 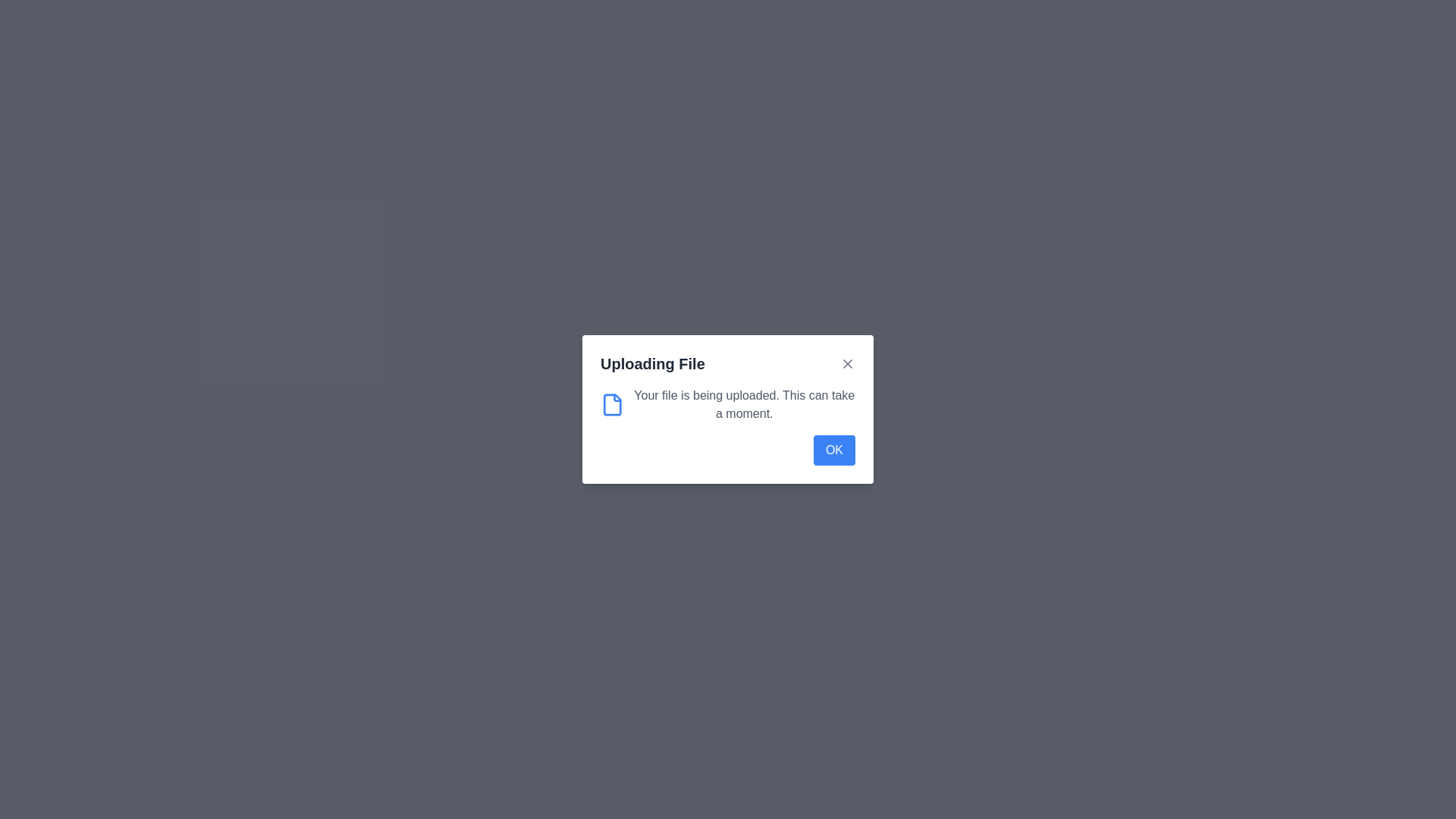 I want to click on text label that displays the message 'Your file is being uploaded. This can take a moment.' located in the lower part of the dialogue box under the header 'Uploading File', so click(x=744, y=403).